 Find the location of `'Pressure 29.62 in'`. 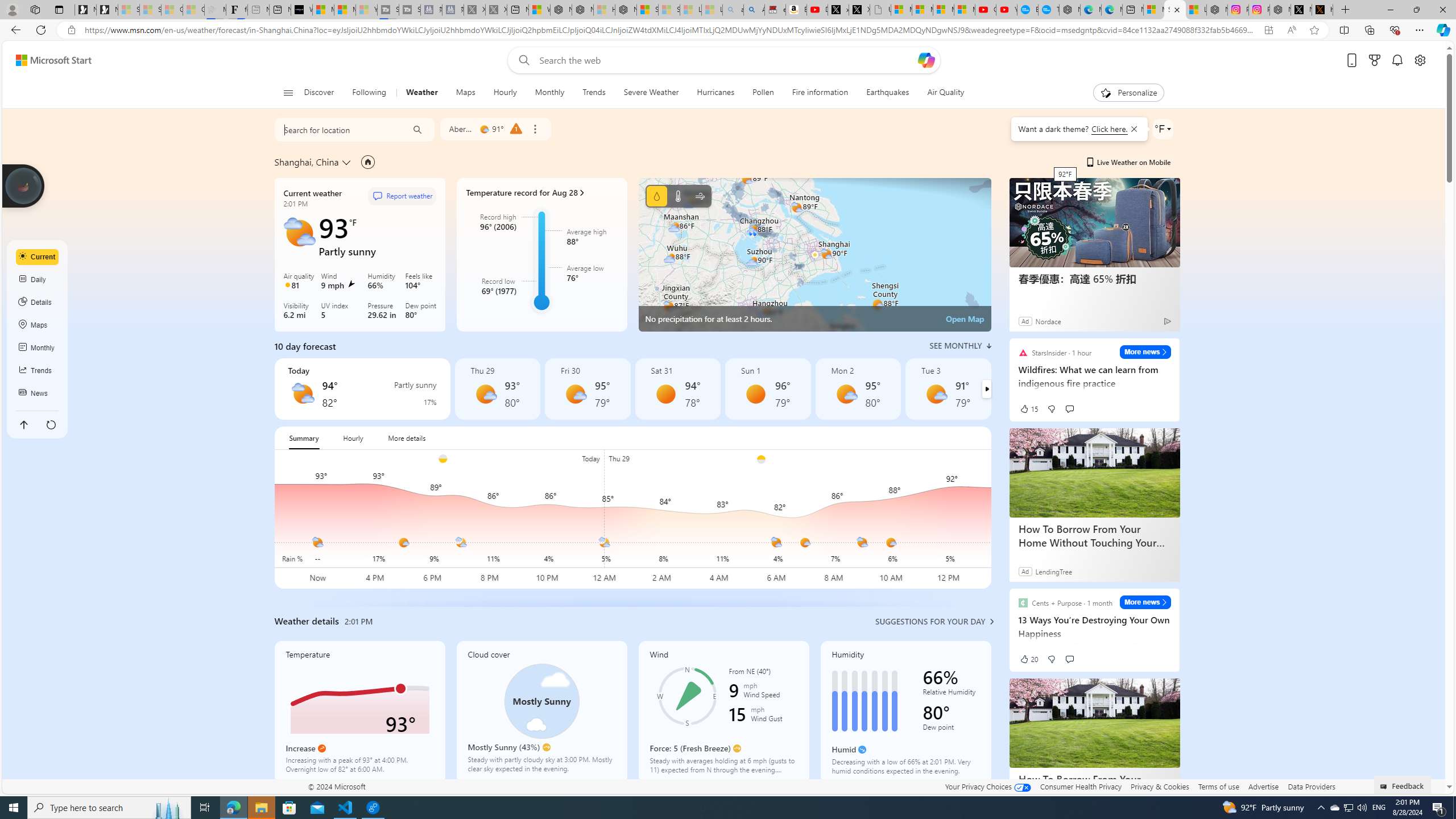

'Pressure 29.62 in' is located at coordinates (383, 311).